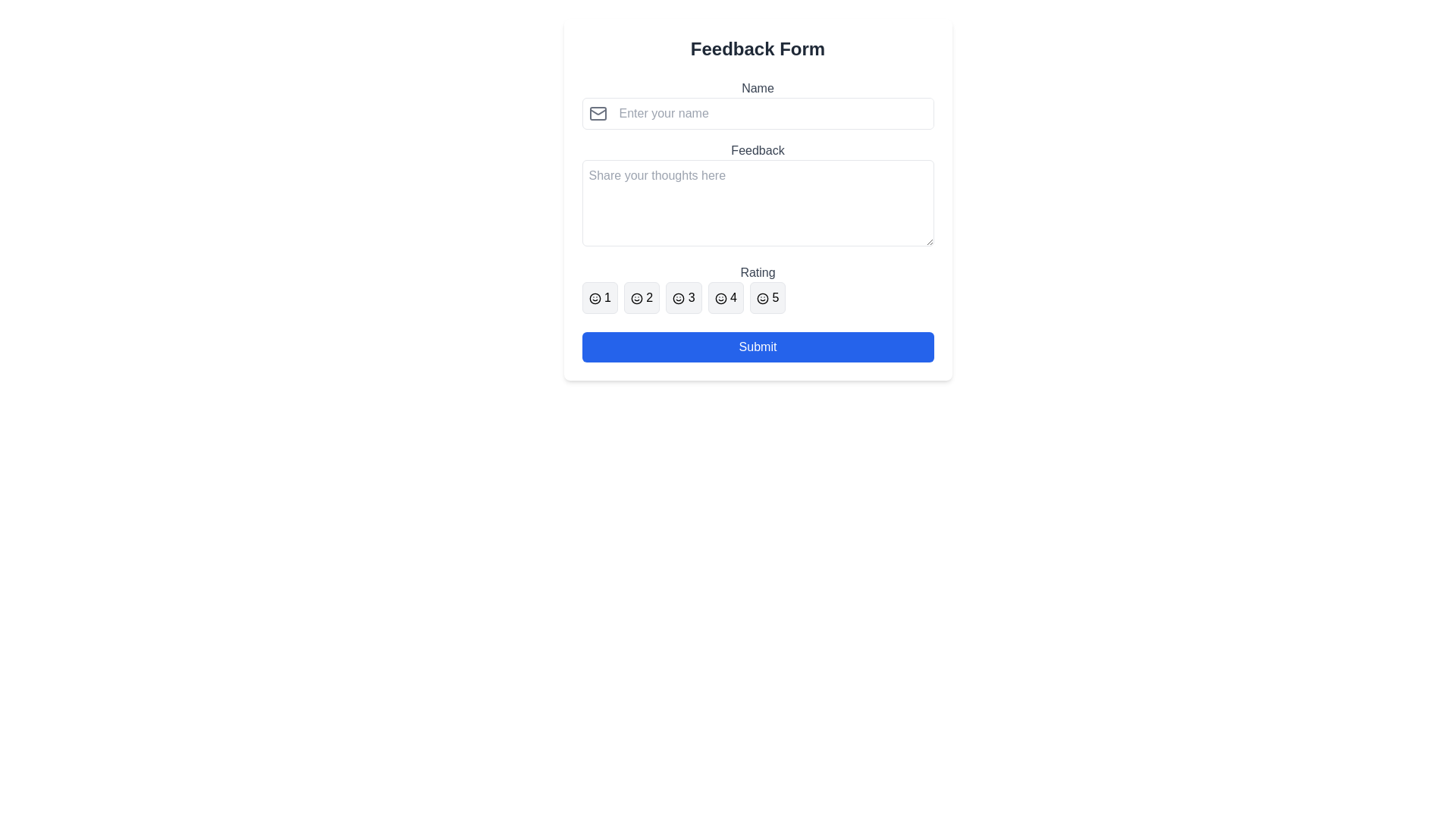 This screenshot has height=819, width=1456. I want to click on the fourth rating option in the rating system, so click(720, 298).